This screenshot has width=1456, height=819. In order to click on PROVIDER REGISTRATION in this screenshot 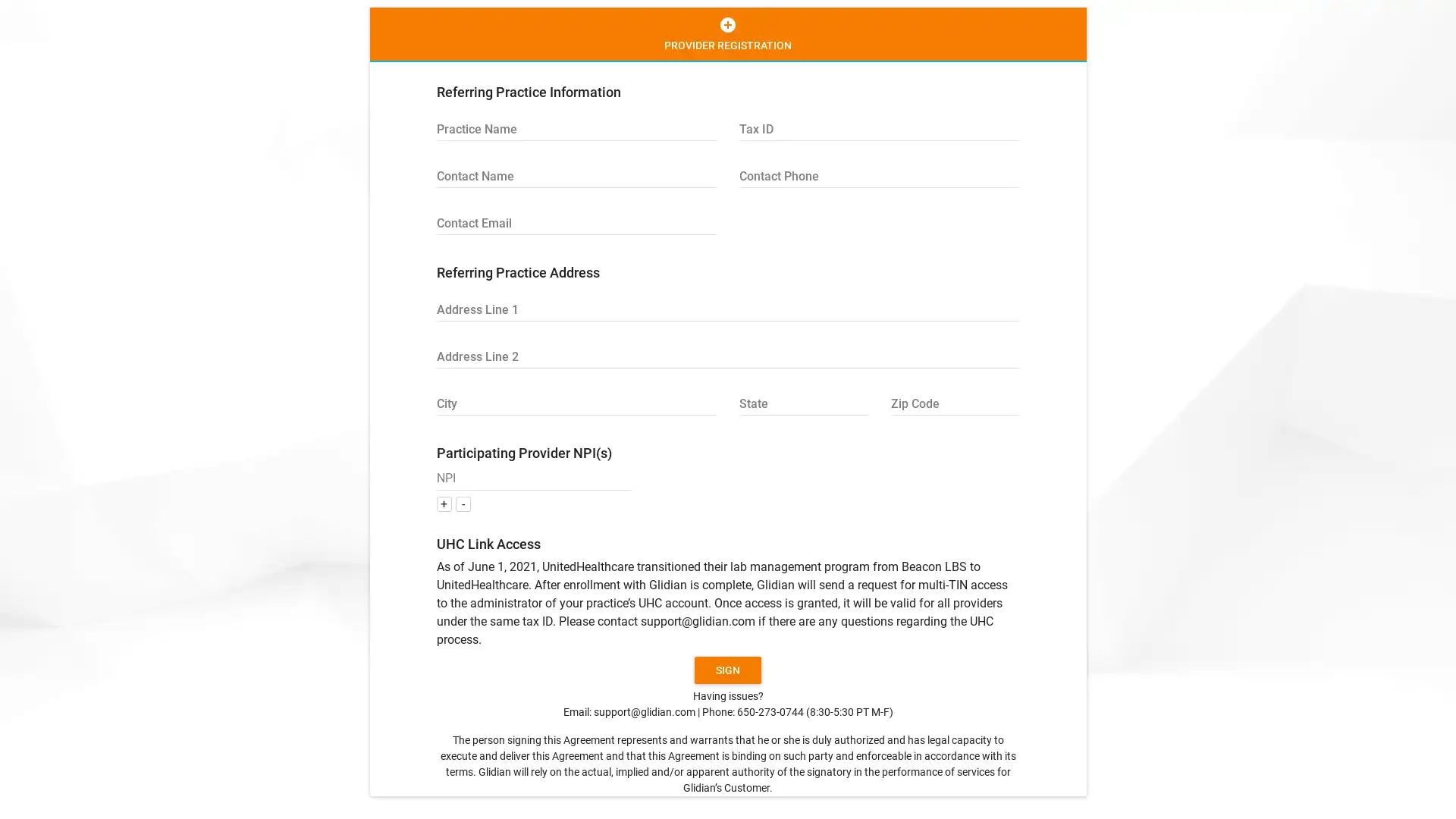, I will do `click(726, 34)`.